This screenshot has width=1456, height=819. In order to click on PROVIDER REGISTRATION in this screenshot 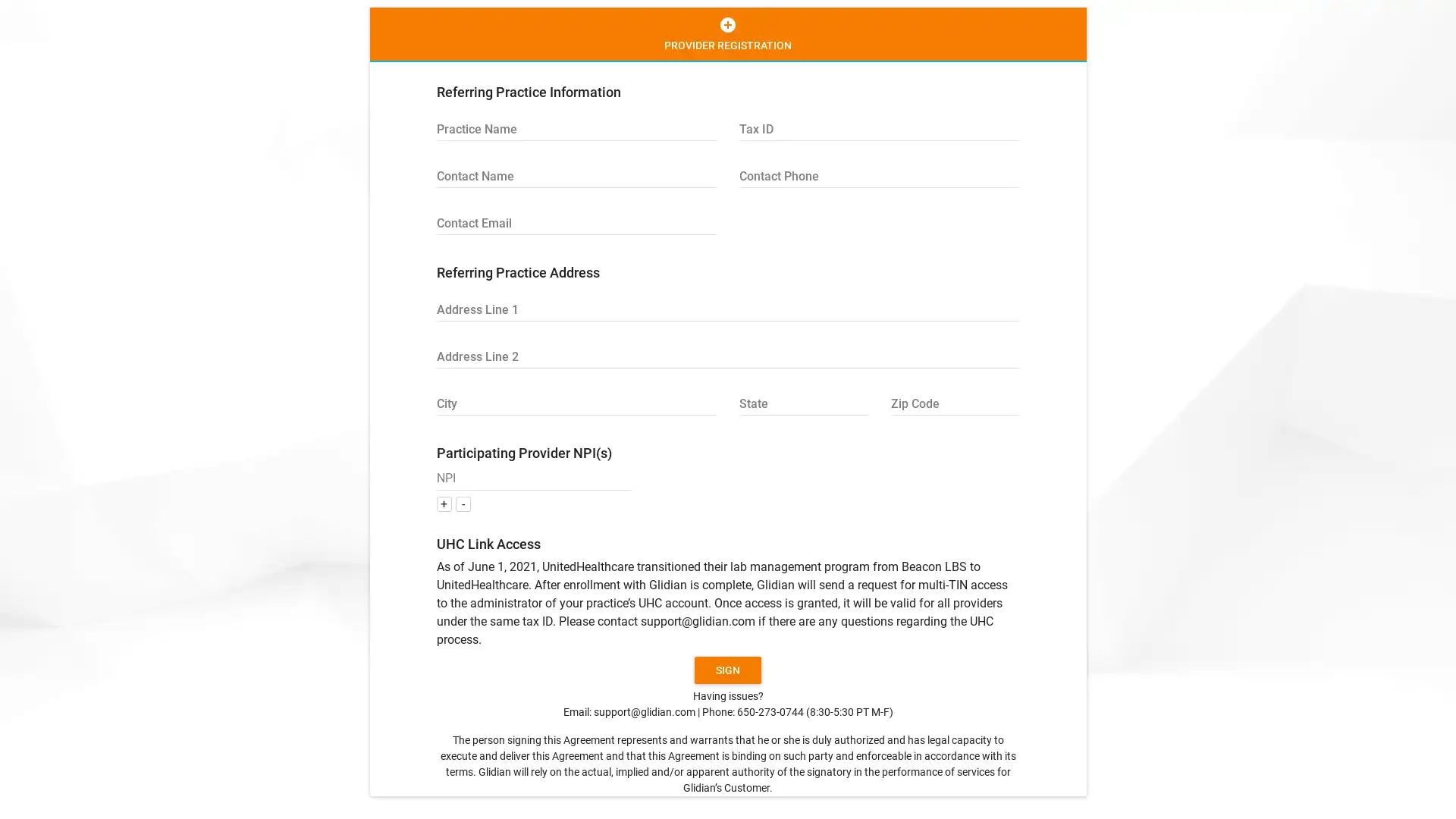, I will do `click(726, 34)`.